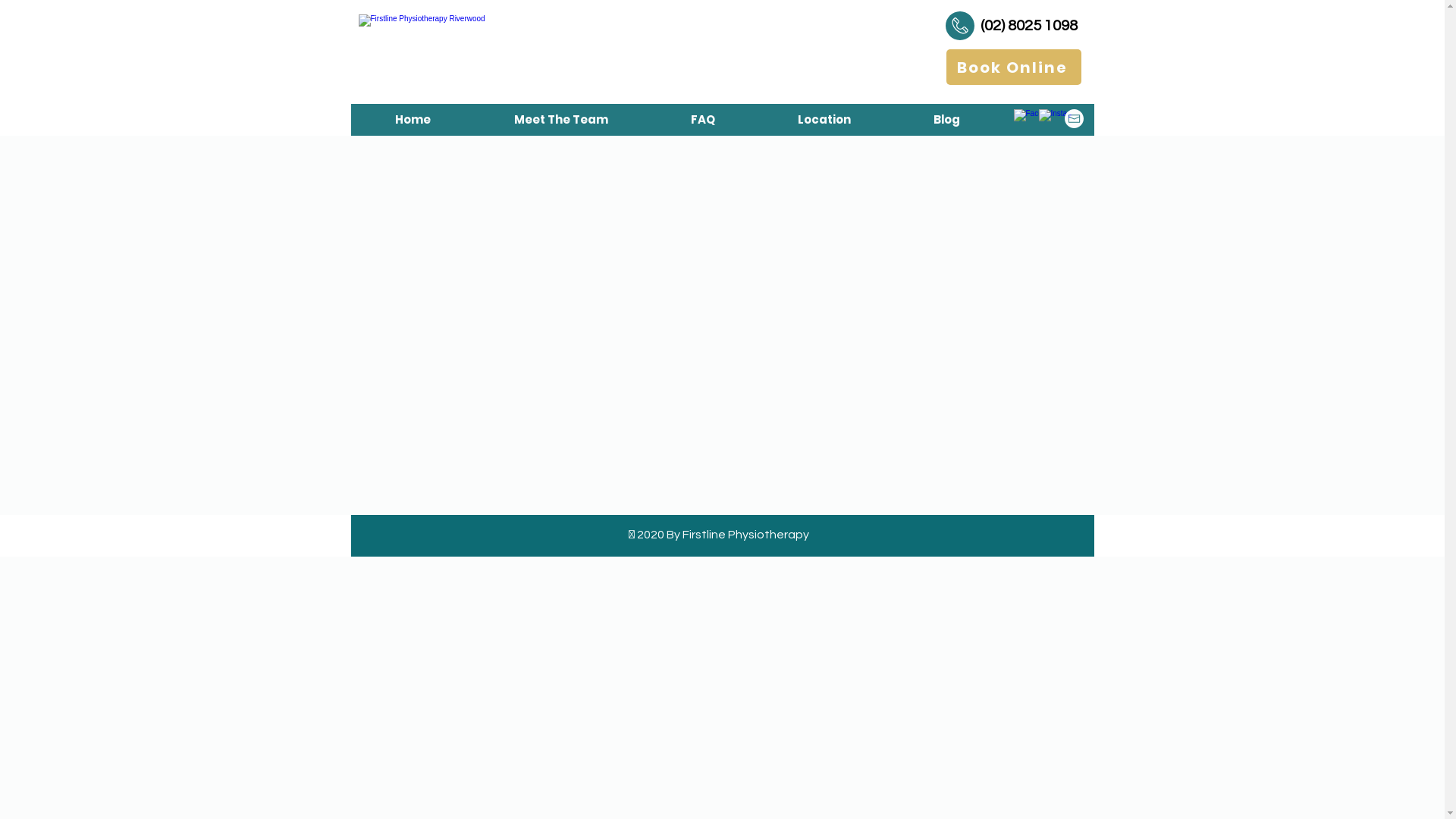 The image size is (1456, 819). Describe the element at coordinates (946, 118) in the screenshot. I see `'Blog'` at that location.